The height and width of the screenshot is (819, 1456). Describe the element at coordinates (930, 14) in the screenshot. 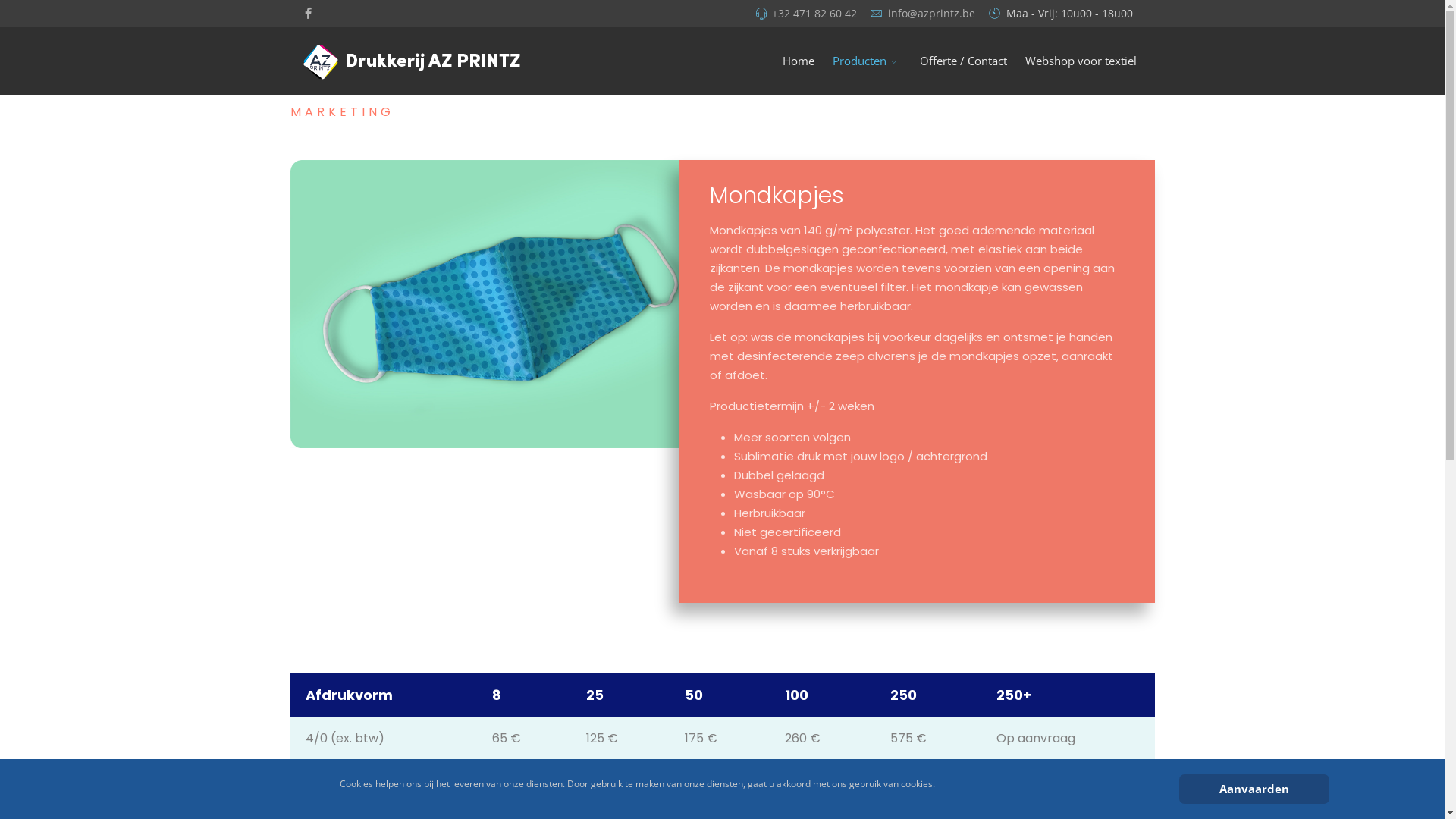

I see `'info@azprintz.be'` at that location.